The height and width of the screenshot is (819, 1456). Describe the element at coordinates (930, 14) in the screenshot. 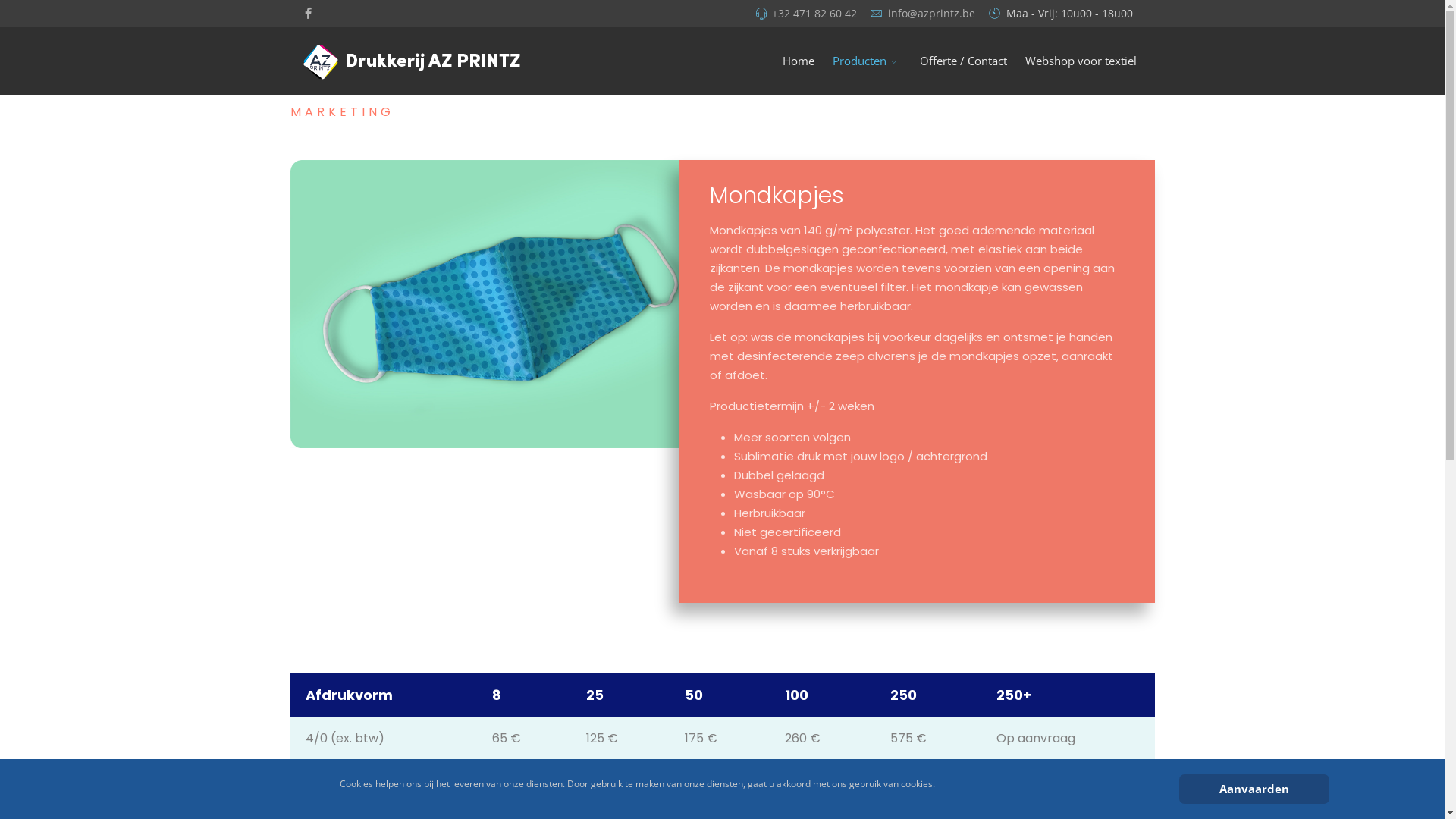

I see `'info@azprintz.be'` at that location.